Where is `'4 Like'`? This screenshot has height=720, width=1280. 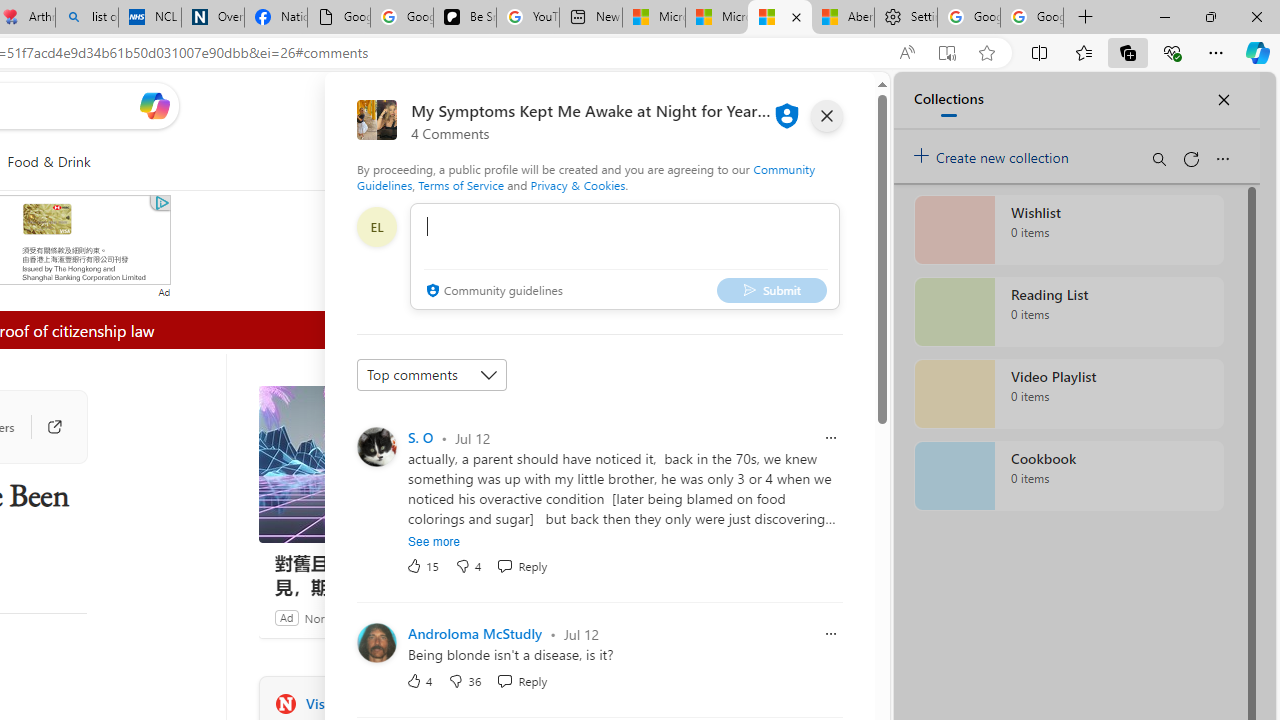 '4 Like' is located at coordinates (418, 679).